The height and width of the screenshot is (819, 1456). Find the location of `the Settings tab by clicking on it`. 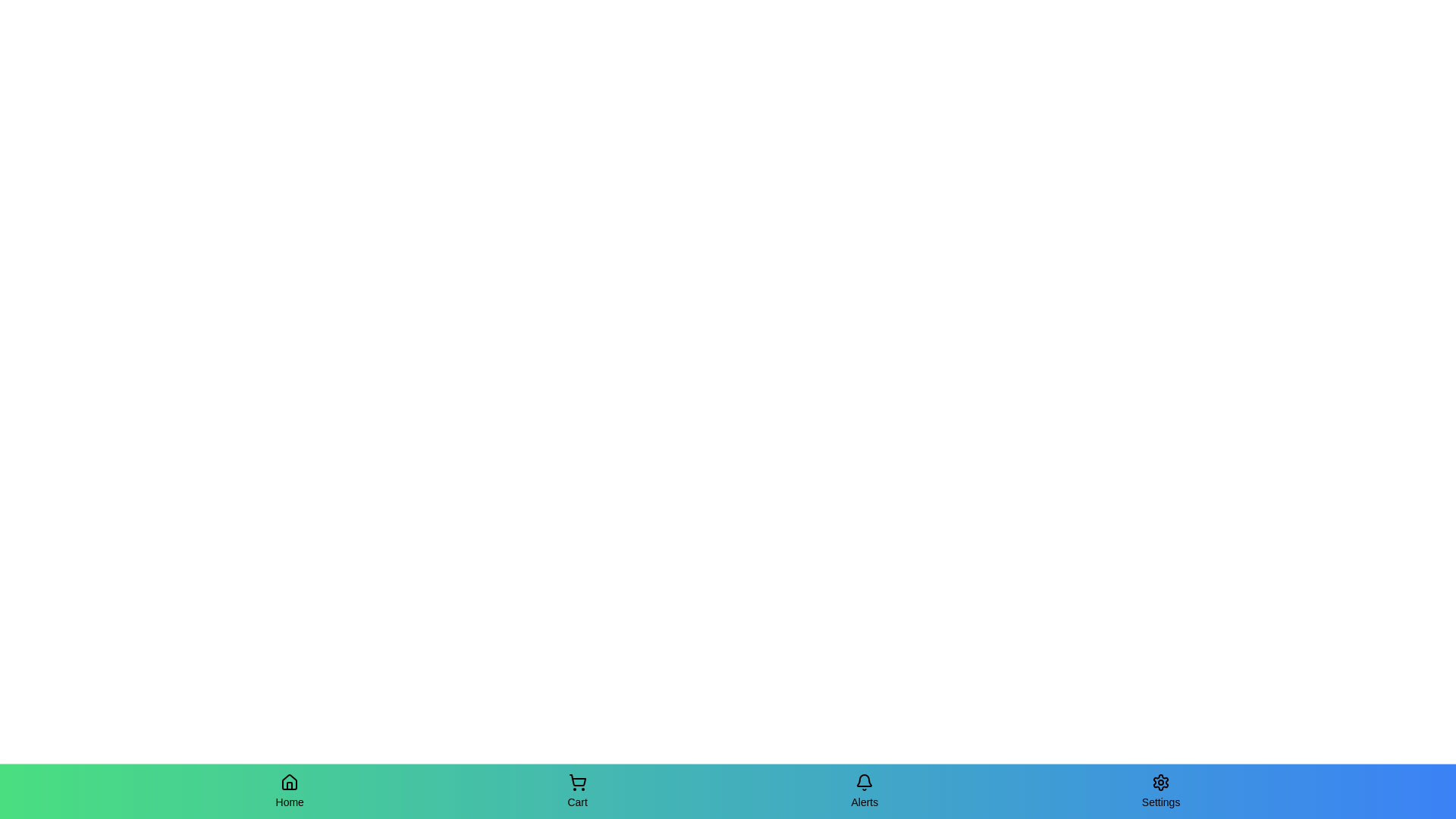

the Settings tab by clicking on it is located at coordinates (1160, 791).